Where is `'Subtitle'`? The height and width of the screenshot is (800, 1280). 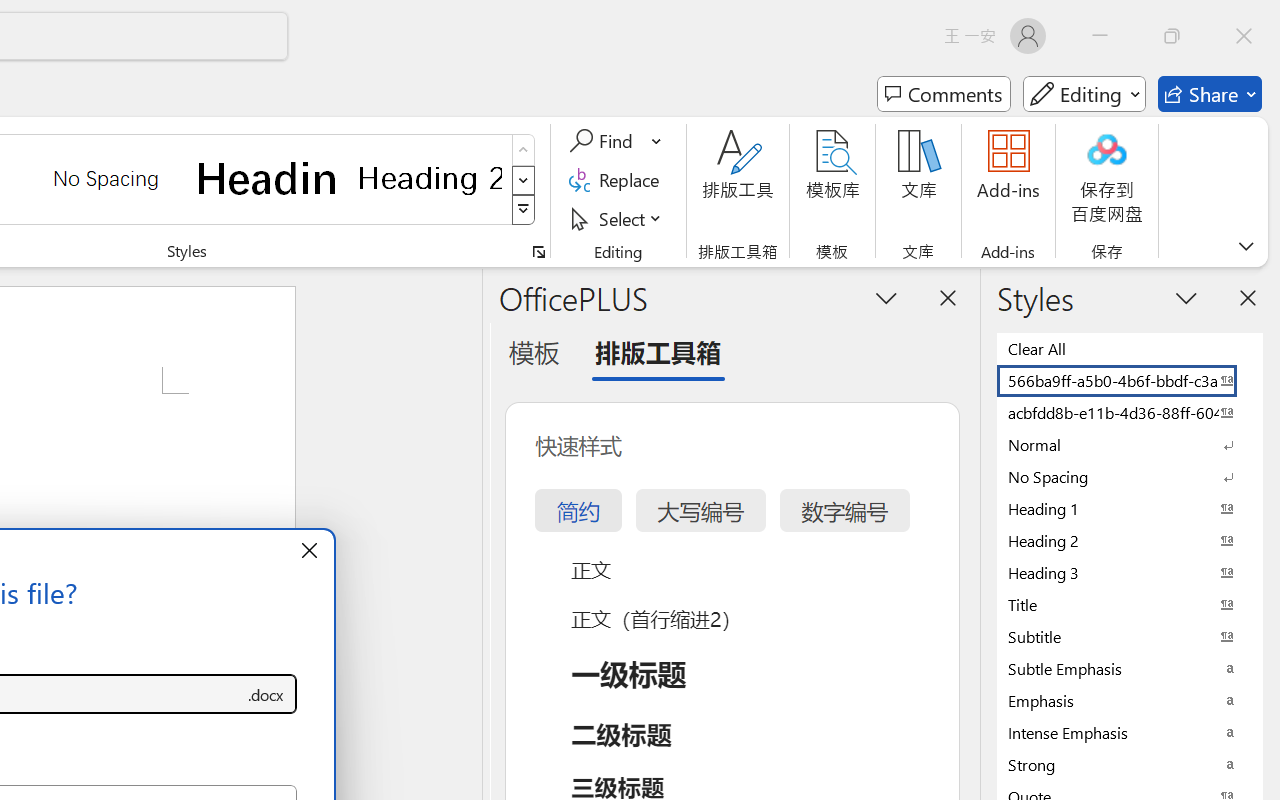
'Subtitle' is located at coordinates (1130, 635).